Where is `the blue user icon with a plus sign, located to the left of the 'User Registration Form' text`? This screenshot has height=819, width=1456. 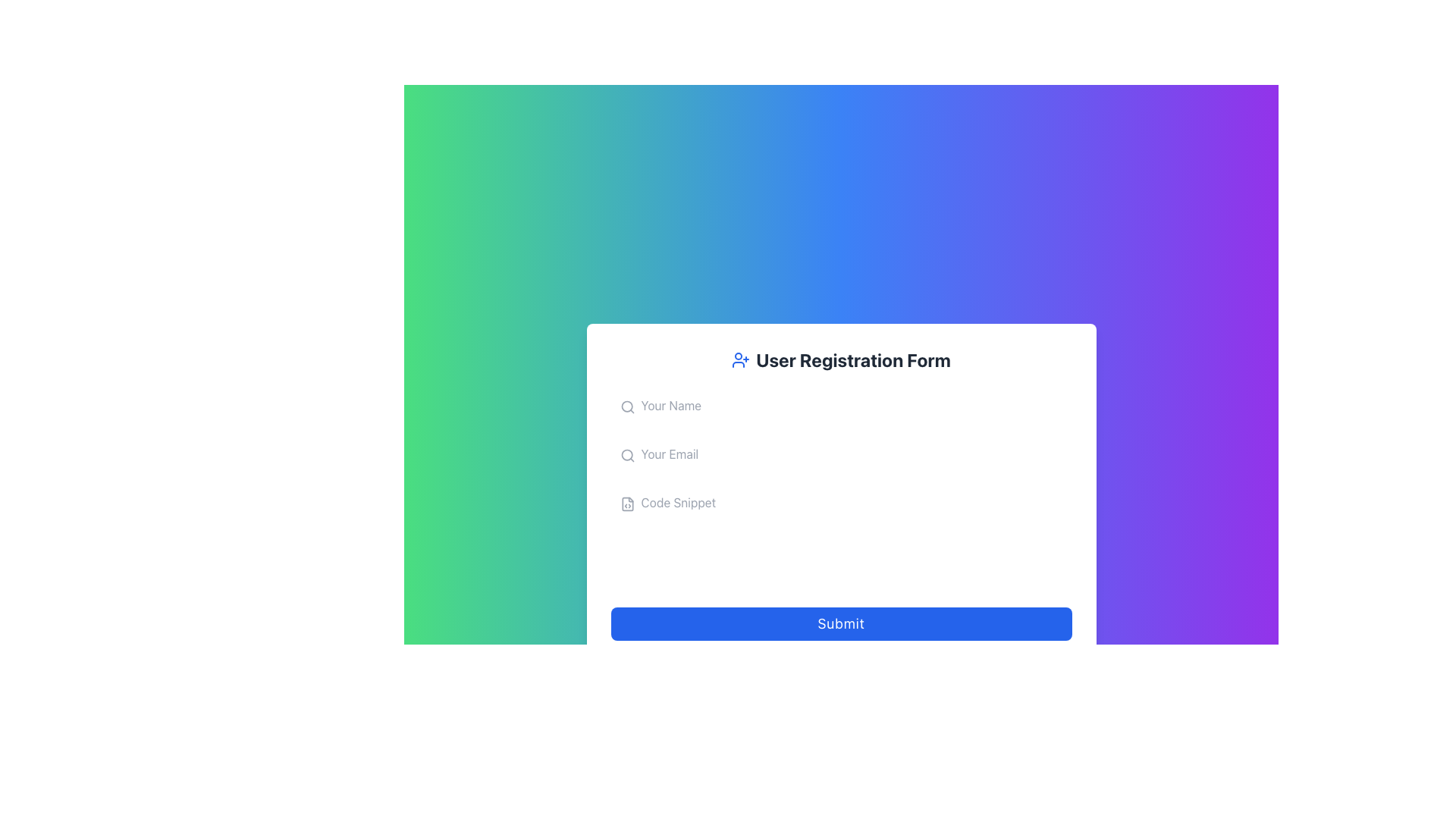 the blue user icon with a plus sign, located to the left of the 'User Registration Form' text is located at coordinates (741, 359).